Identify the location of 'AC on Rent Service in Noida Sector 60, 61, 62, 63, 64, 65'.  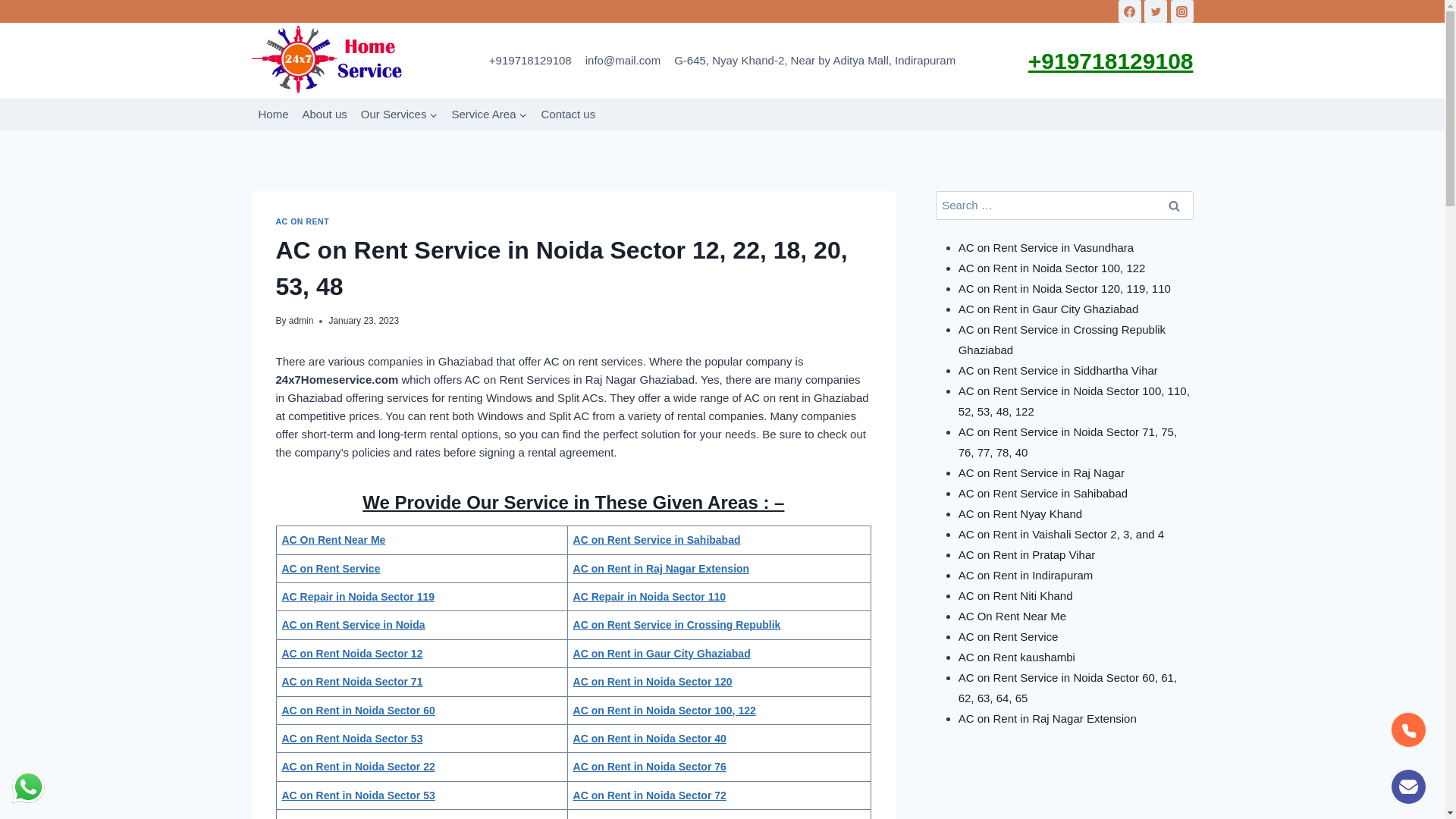
(1067, 687).